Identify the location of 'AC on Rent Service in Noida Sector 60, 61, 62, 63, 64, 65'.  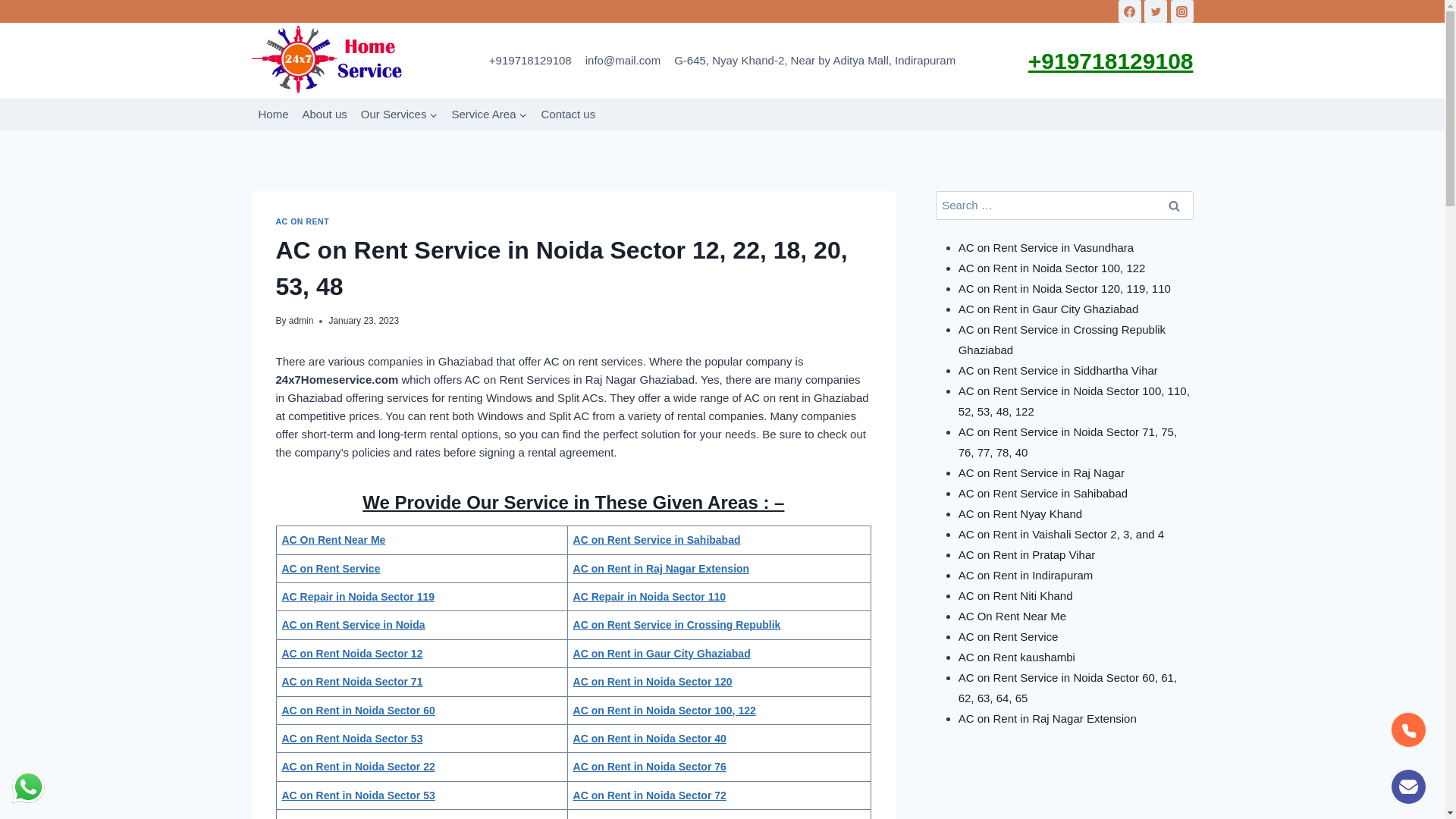
(1067, 687).